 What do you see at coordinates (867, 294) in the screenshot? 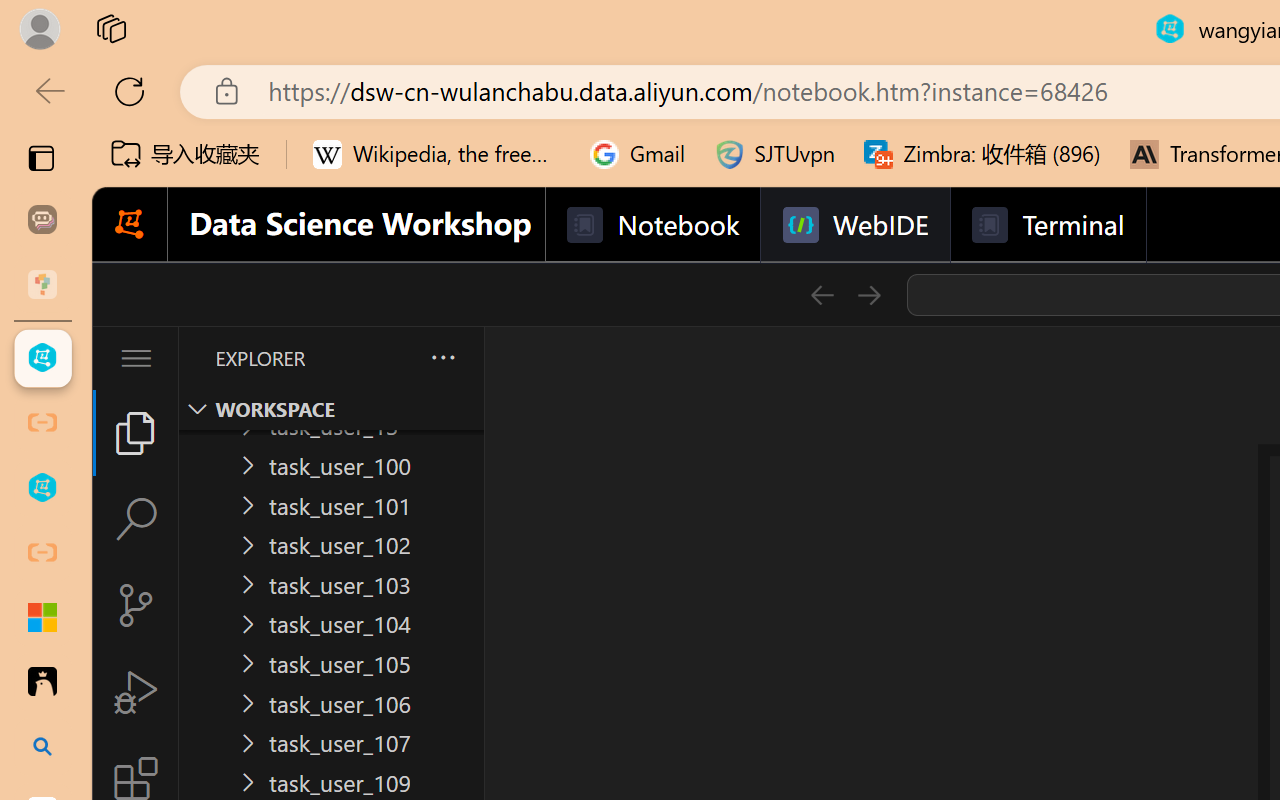
I see `'Go Forward (Alt+RightArrow)'` at bounding box center [867, 294].